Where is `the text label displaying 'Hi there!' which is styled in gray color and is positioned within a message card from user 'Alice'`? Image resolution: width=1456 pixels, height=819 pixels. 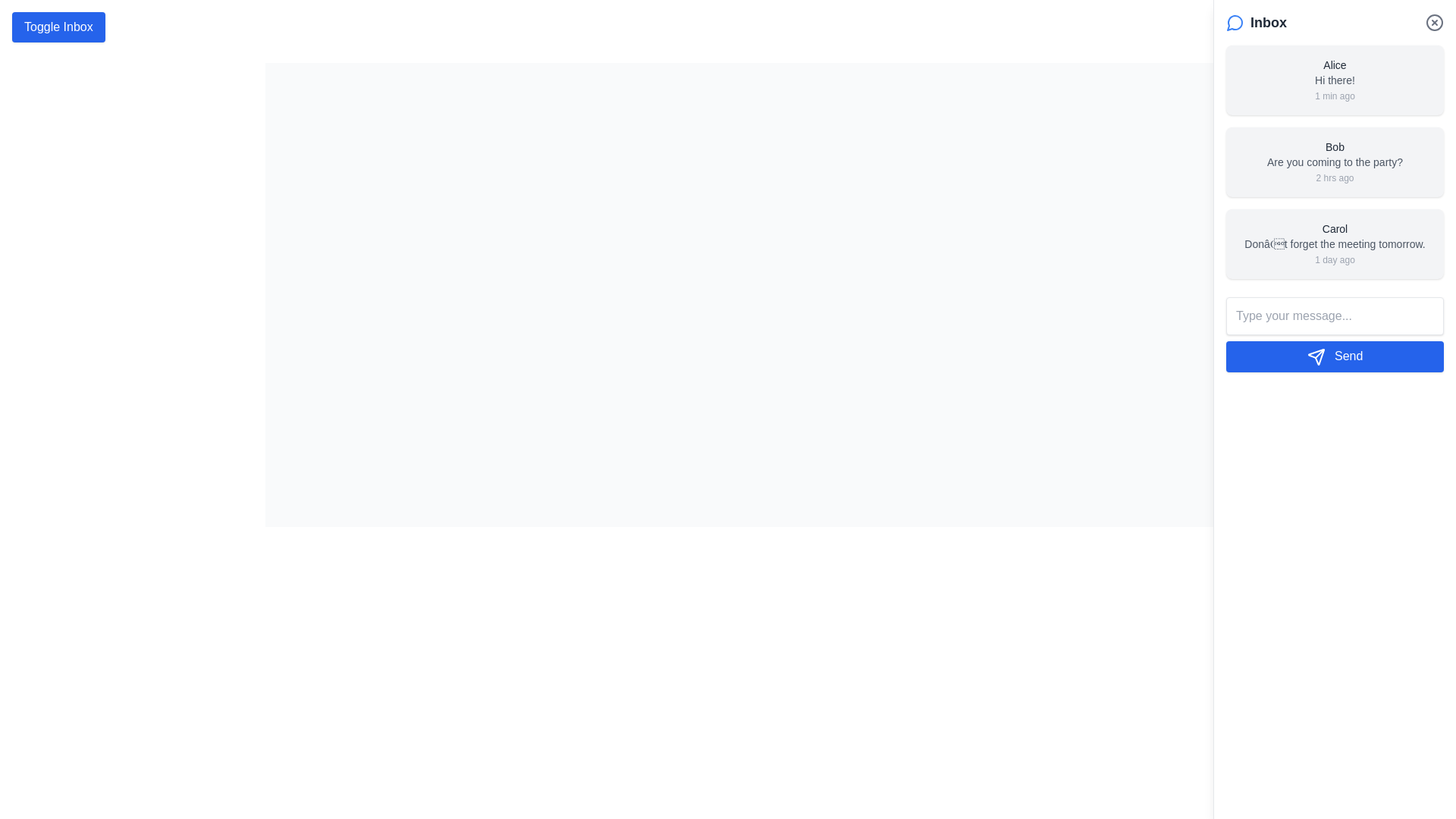
the text label displaying 'Hi there!' which is styled in gray color and is positioned within a message card from user 'Alice' is located at coordinates (1335, 80).